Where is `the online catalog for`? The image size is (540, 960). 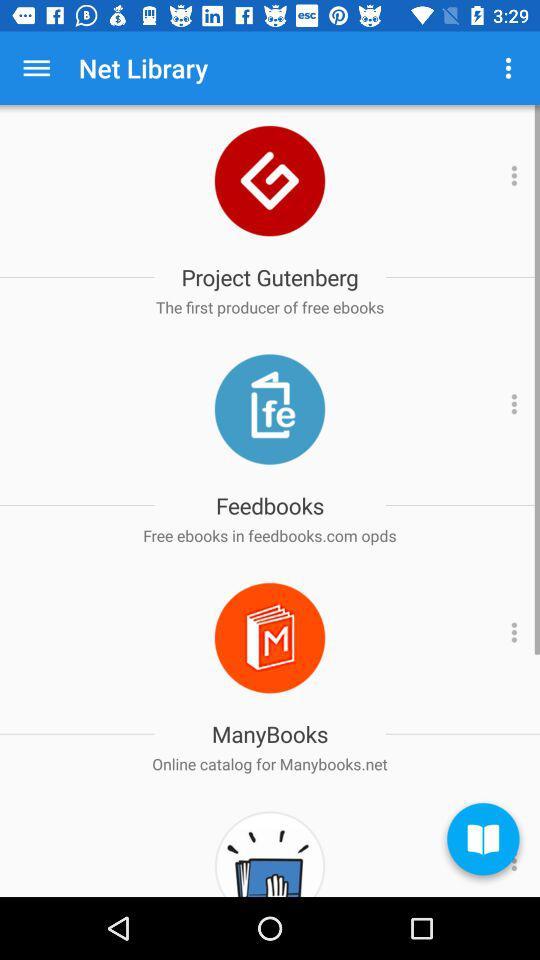
the online catalog for is located at coordinates (270, 763).